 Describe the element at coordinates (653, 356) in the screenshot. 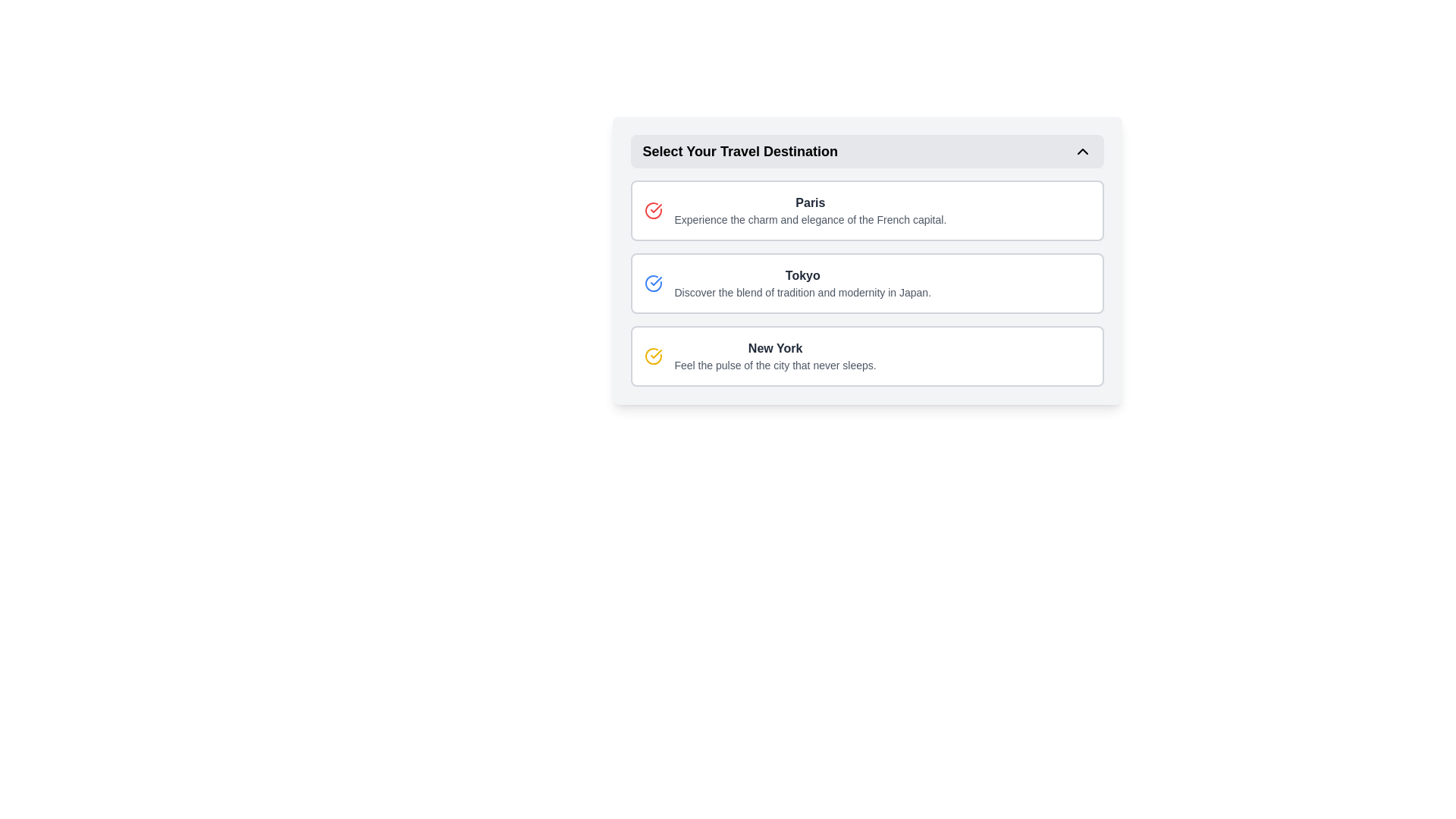

I see `the selection marker icon indicating 'New York'` at that location.